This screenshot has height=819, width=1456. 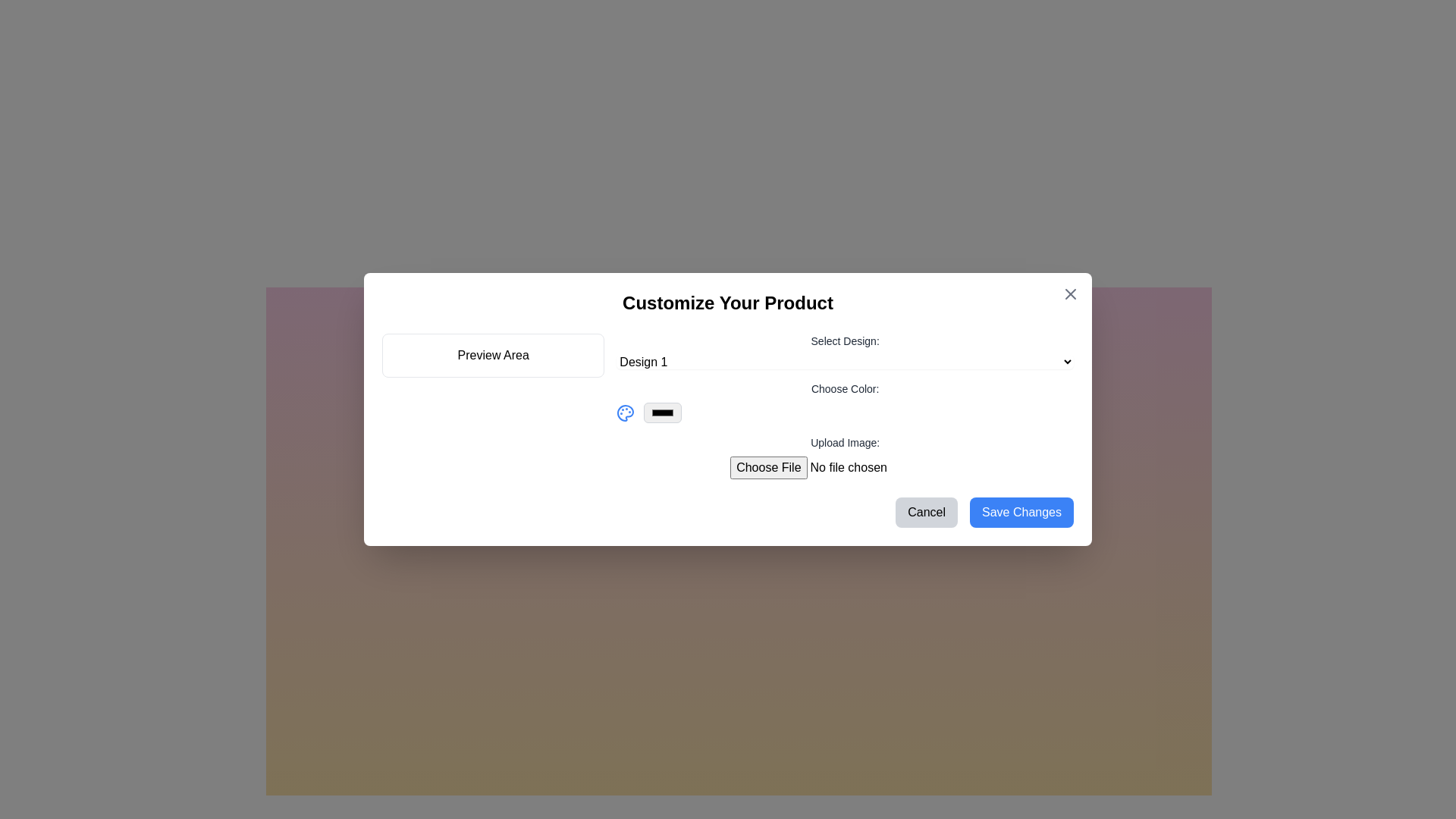 I want to click on the decorative SVG palette icon located in the 'Choose Color' section, which is styled in light blue with circular color decorations, so click(x=626, y=413).